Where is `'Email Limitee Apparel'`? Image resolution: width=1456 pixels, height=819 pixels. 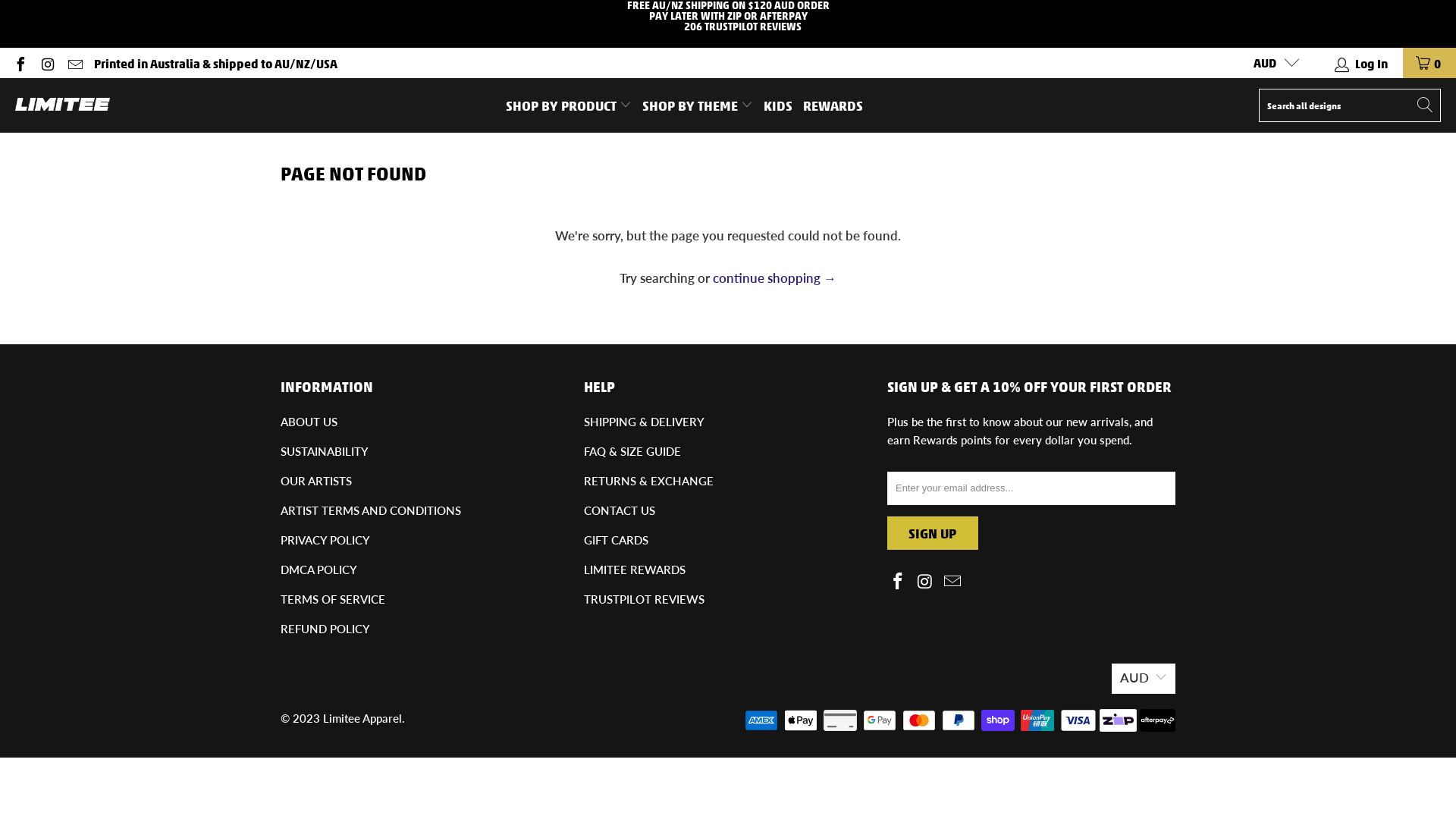 'Email Limitee Apparel' is located at coordinates (940, 581).